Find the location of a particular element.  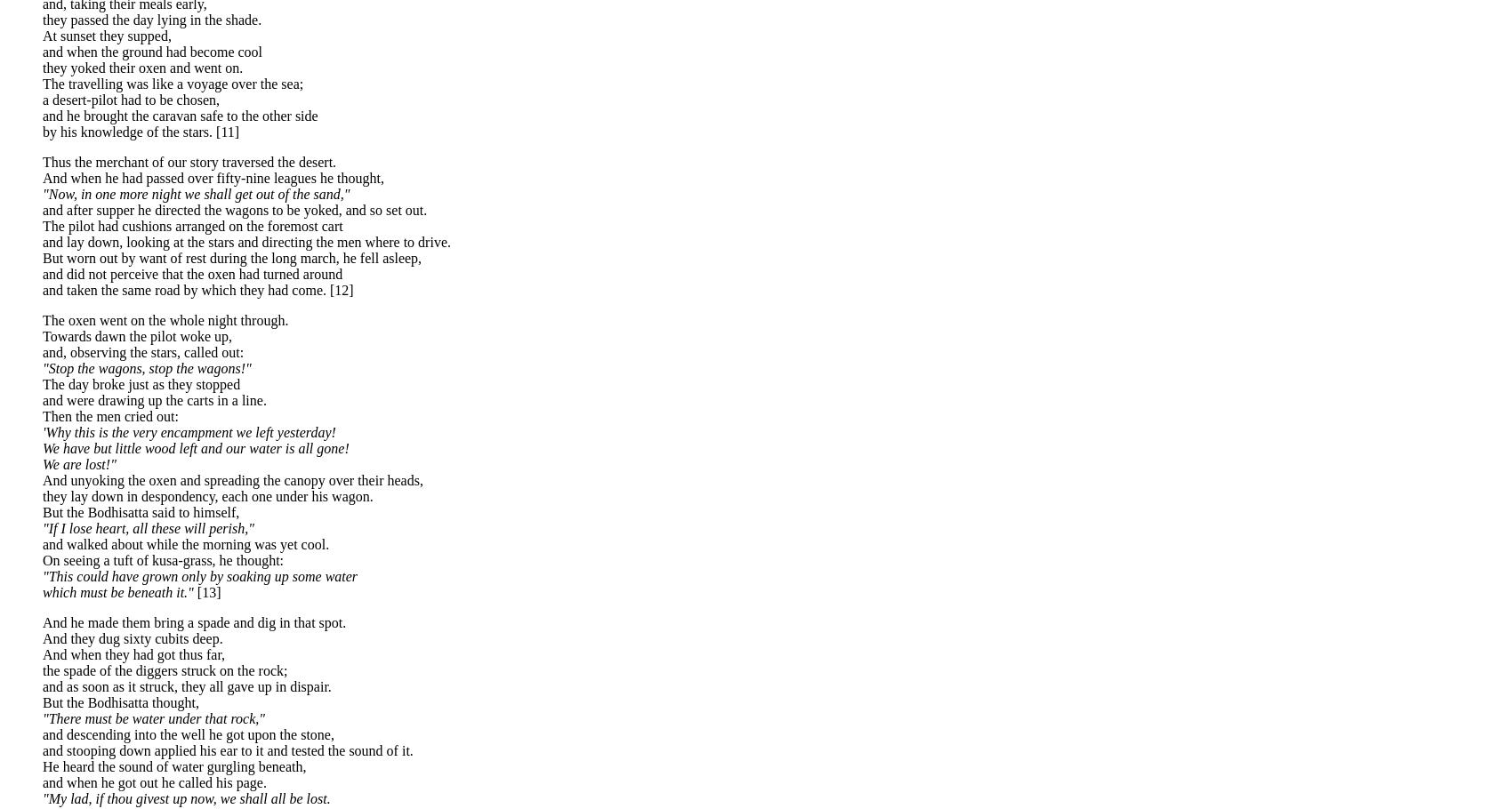

''Why this is the  very encampment  we left yesterday!' is located at coordinates (188, 430).